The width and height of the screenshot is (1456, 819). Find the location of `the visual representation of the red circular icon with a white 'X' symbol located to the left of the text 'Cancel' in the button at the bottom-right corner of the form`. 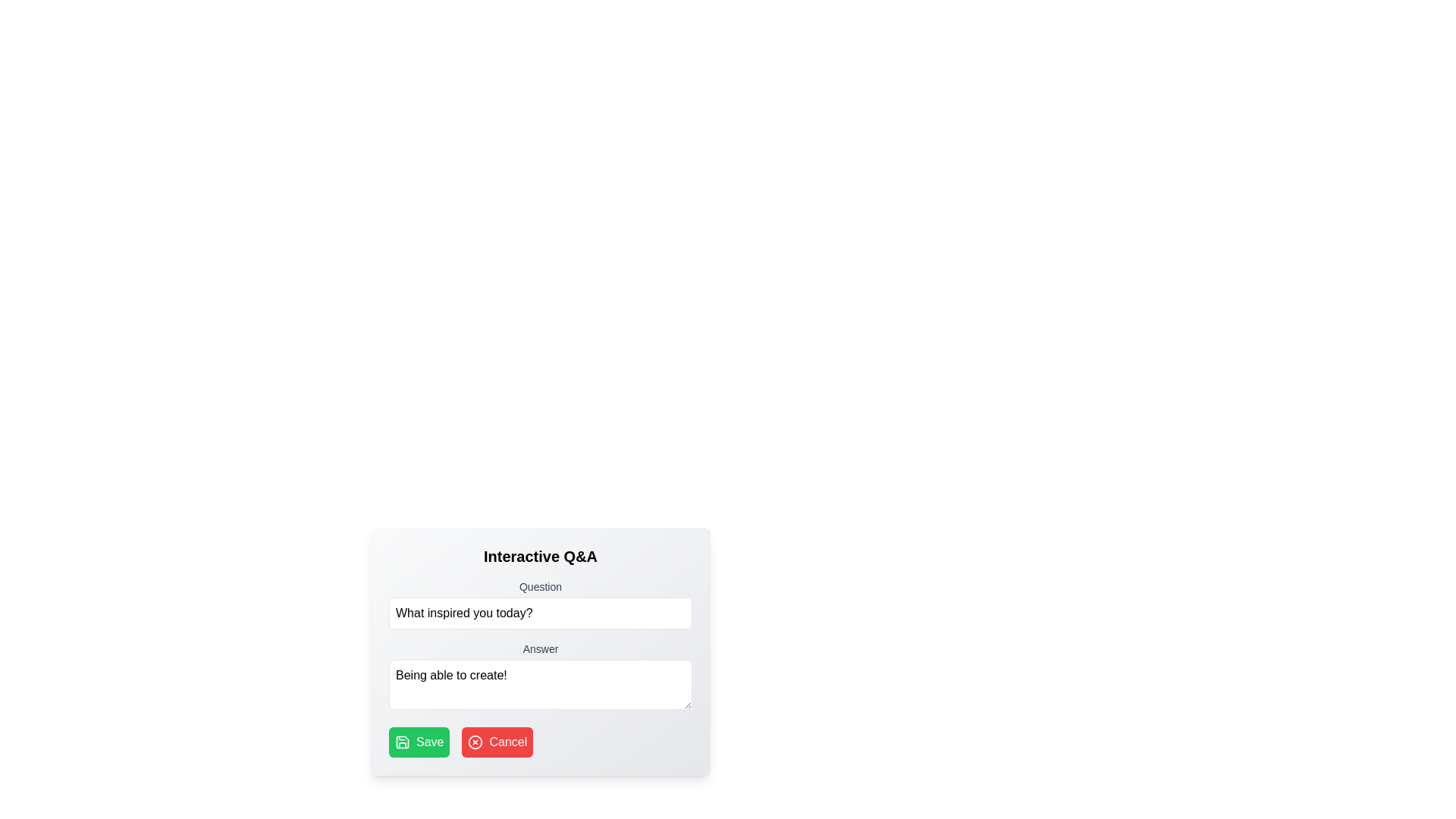

the visual representation of the red circular icon with a white 'X' symbol located to the left of the text 'Cancel' in the button at the bottom-right corner of the form is located at coordinates (475, 742).